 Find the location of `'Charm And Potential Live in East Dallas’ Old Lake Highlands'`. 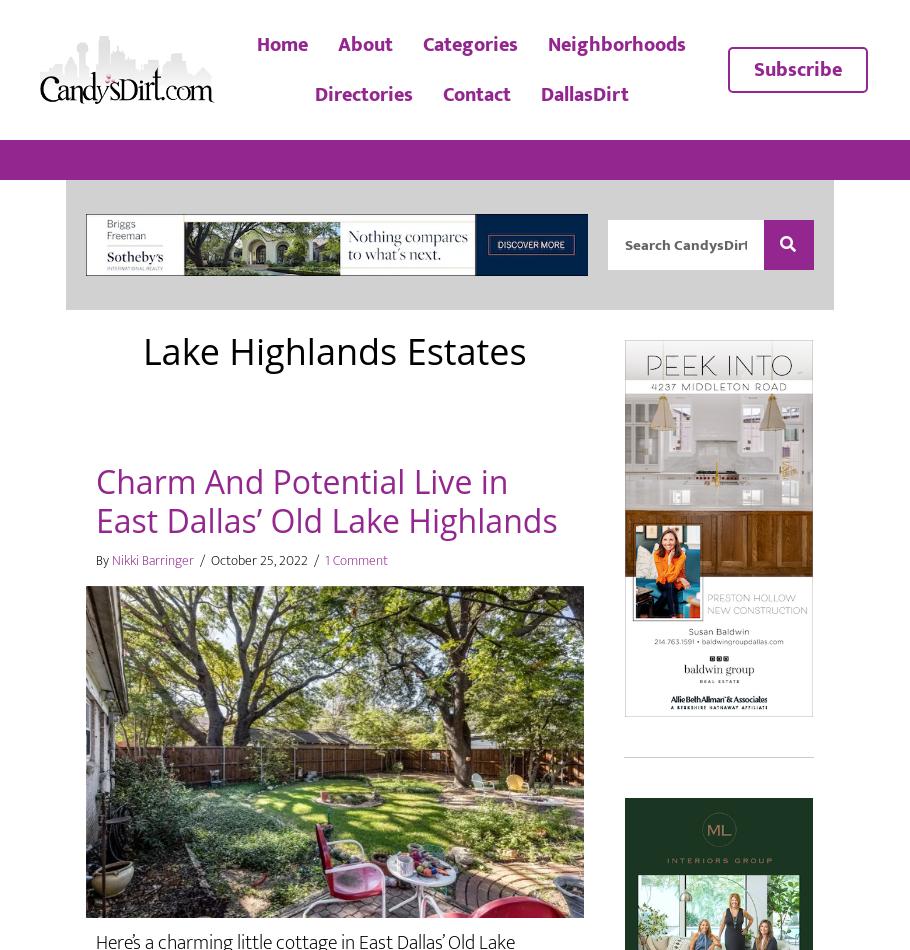

'Charm And Potential Live in East Dallas’ Old Lake Highlands' is located at coordinates (325, 500).